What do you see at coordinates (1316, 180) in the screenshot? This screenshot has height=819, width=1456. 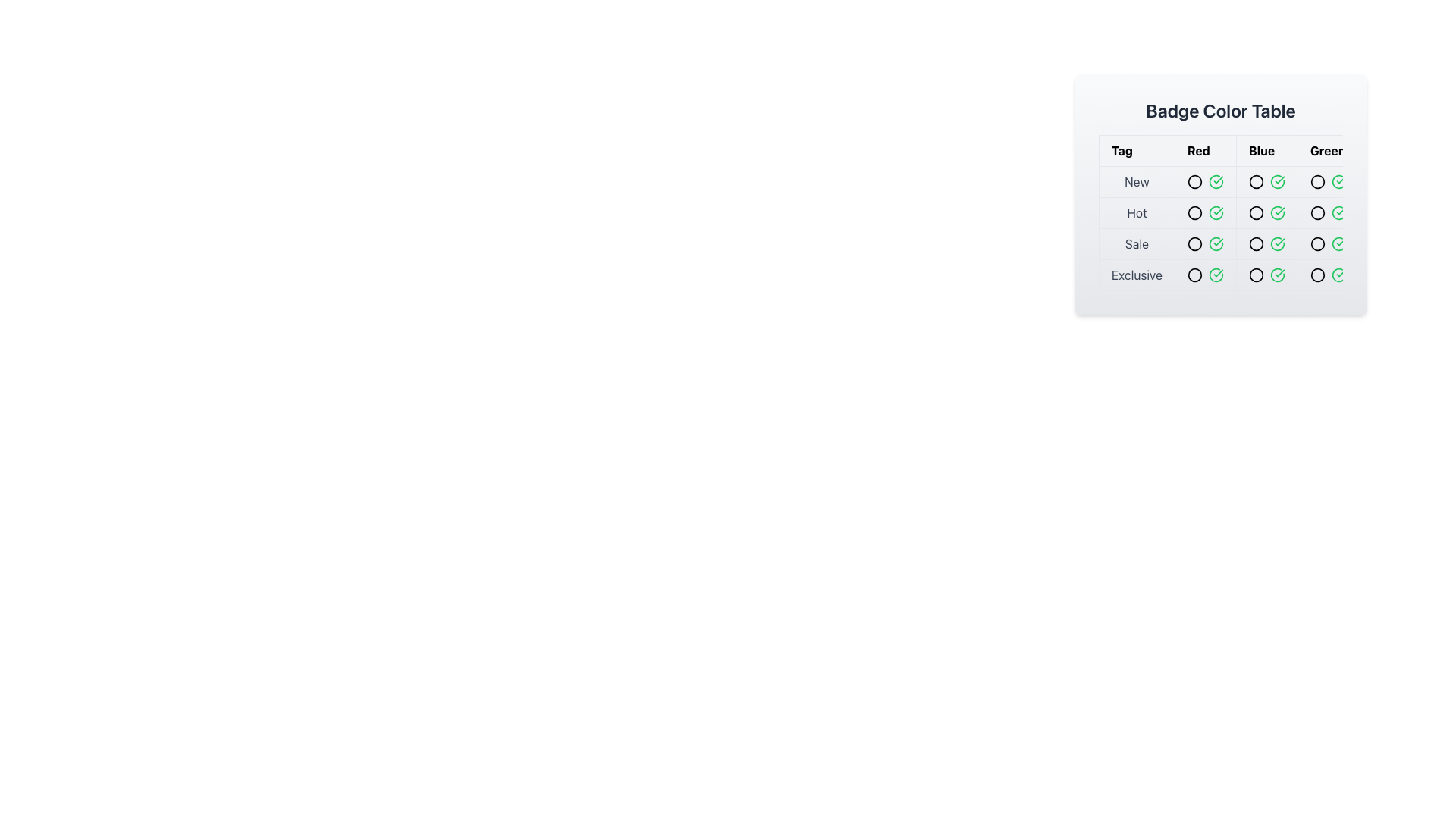 I see `the Circle Icon with a green stroke in the 'New' row of the 'Badge Color Table' under the 'Green' column` at bounding box center [1316, 180].